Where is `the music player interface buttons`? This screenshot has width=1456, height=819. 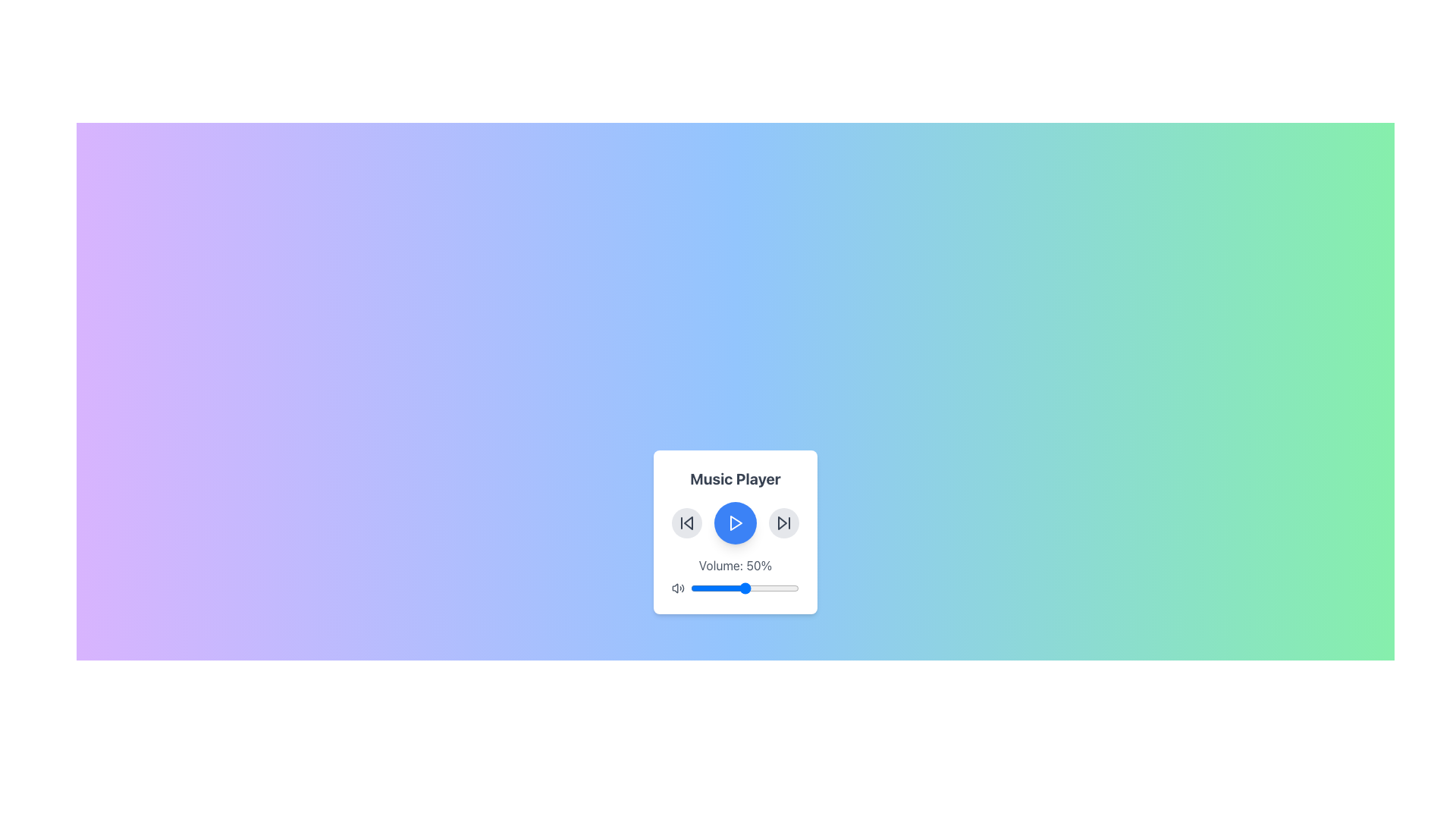
the music player interface buttons is located at coordinates (735, 532).